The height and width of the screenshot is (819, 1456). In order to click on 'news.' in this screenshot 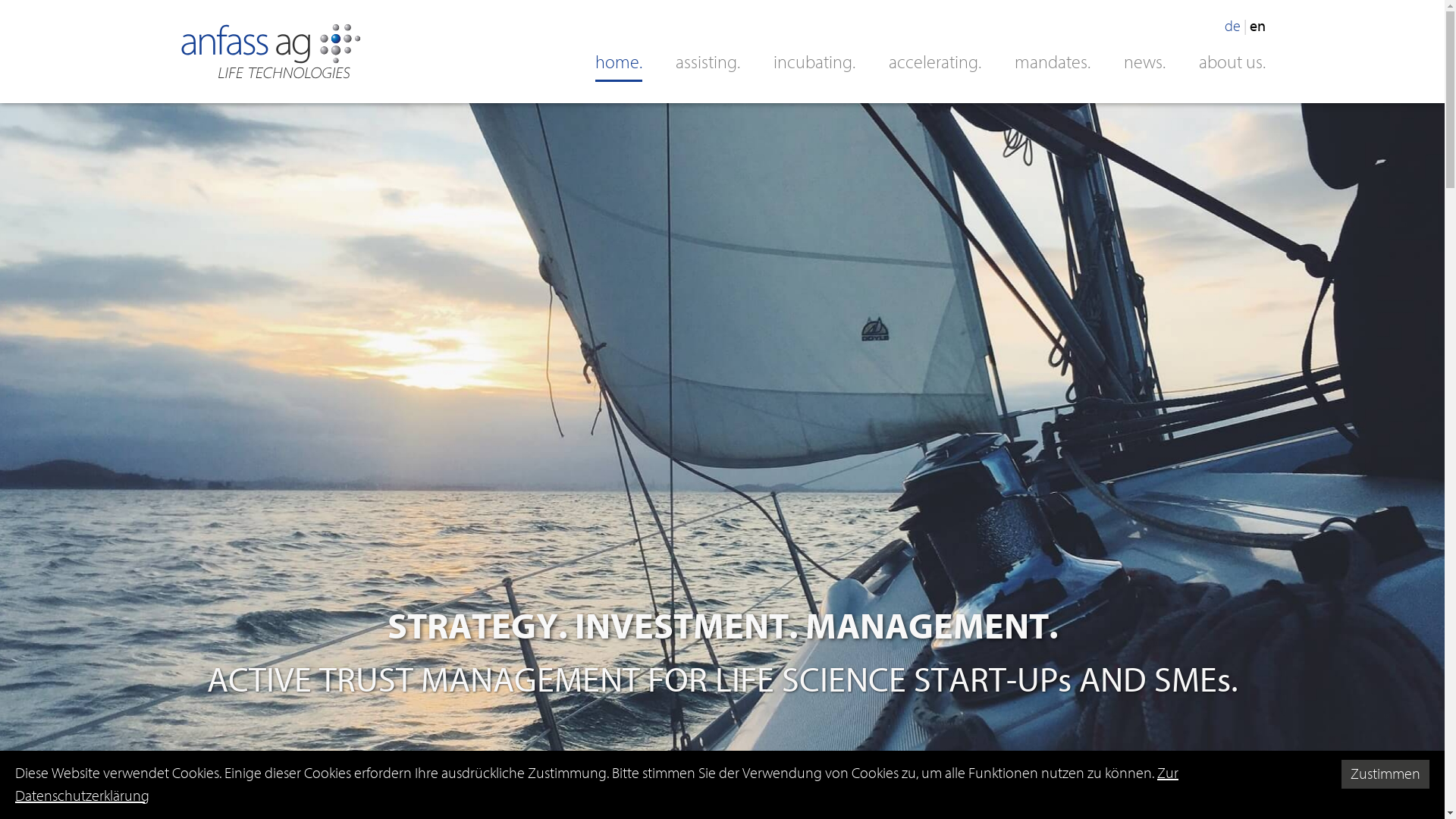, I will do `click(1144, 61)`.